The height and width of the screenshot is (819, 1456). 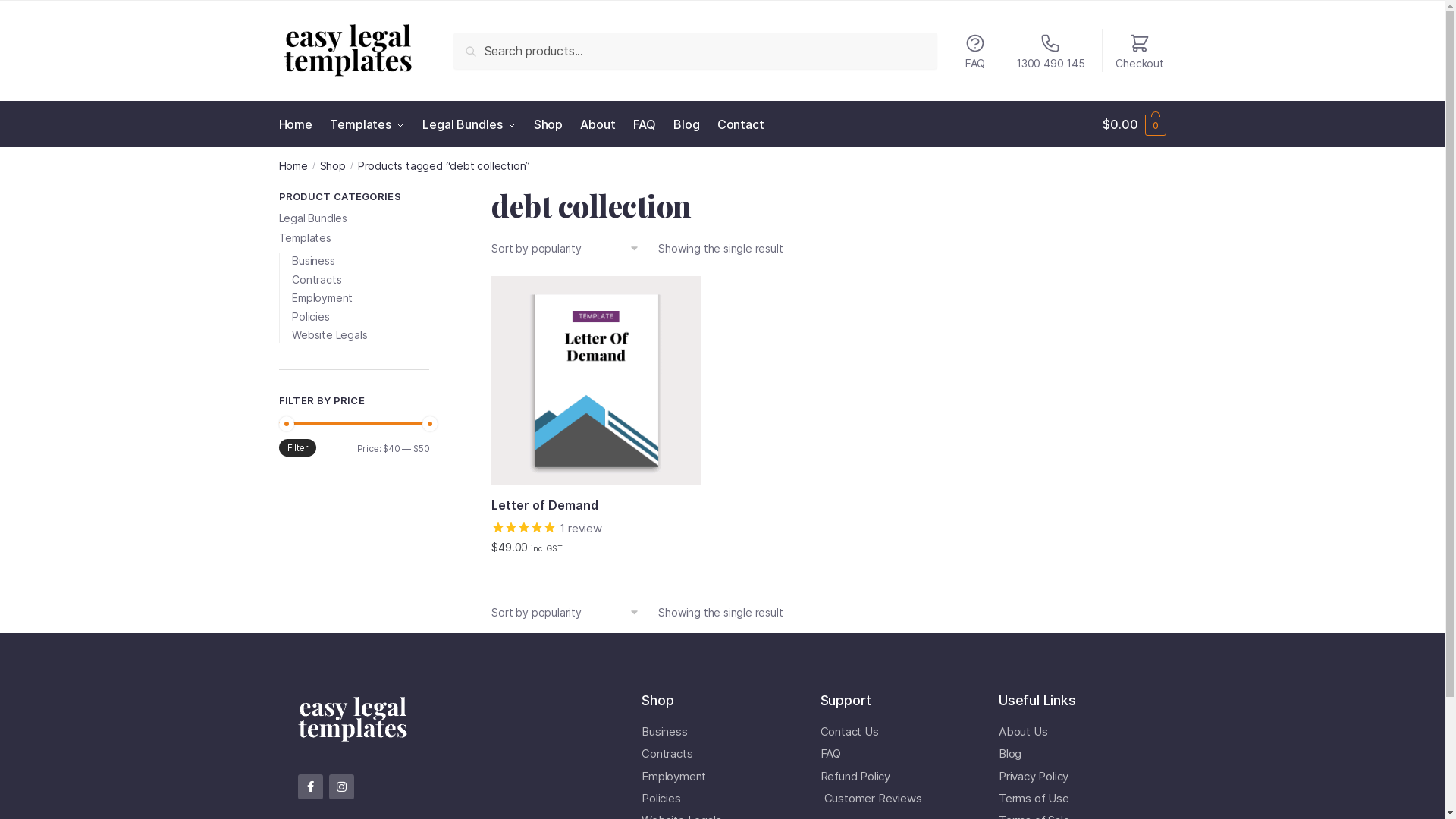 What do you see at coordinates (548, 124) in the screenshot?
I see `'Shop'` at bounding box center [548, 124].